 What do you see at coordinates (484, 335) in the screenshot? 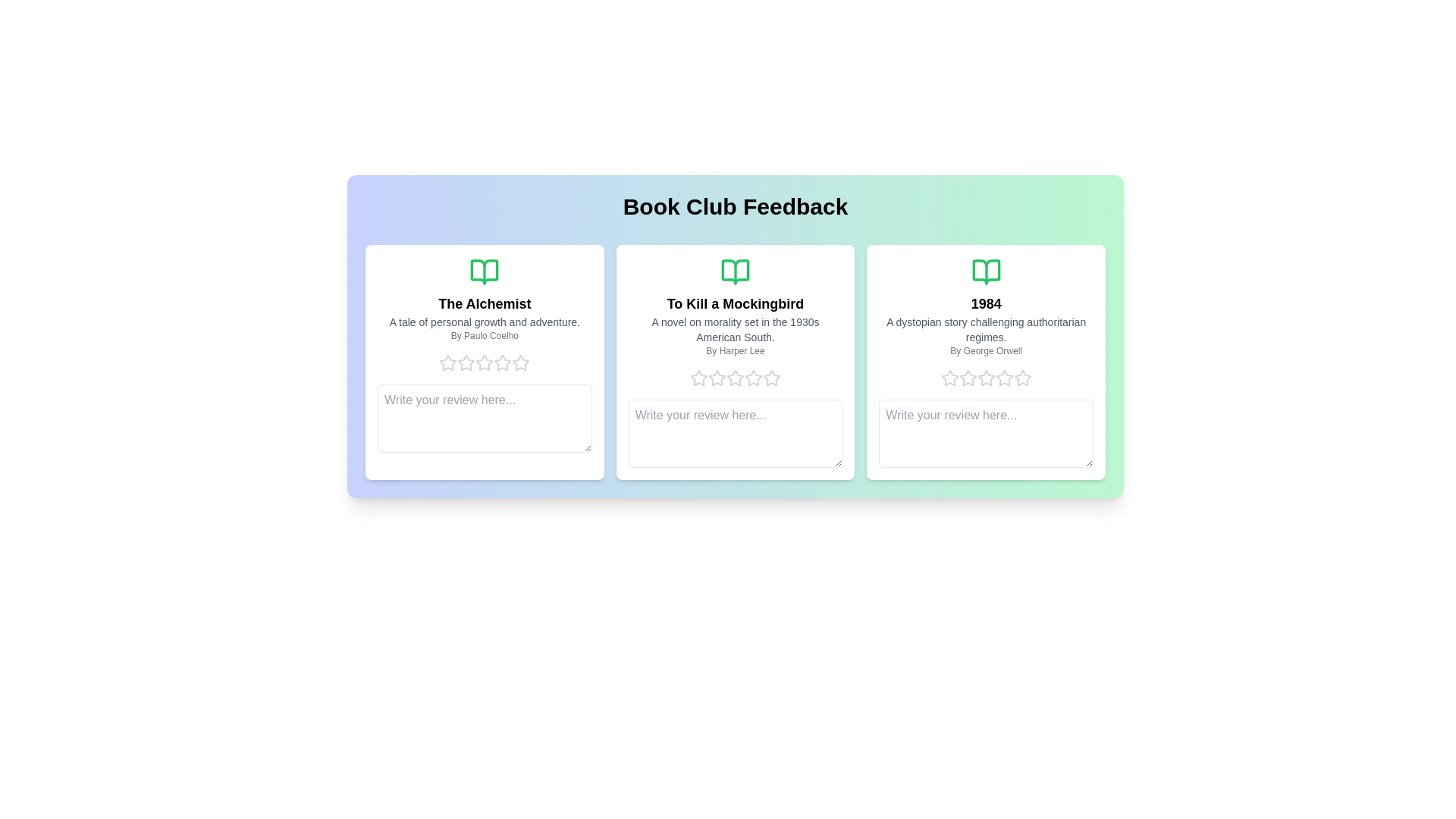
I see `the Text label displaying the author of the book 'The Alchemist', located below the subheading and above the star rating section` at bounding box center [484, 335].